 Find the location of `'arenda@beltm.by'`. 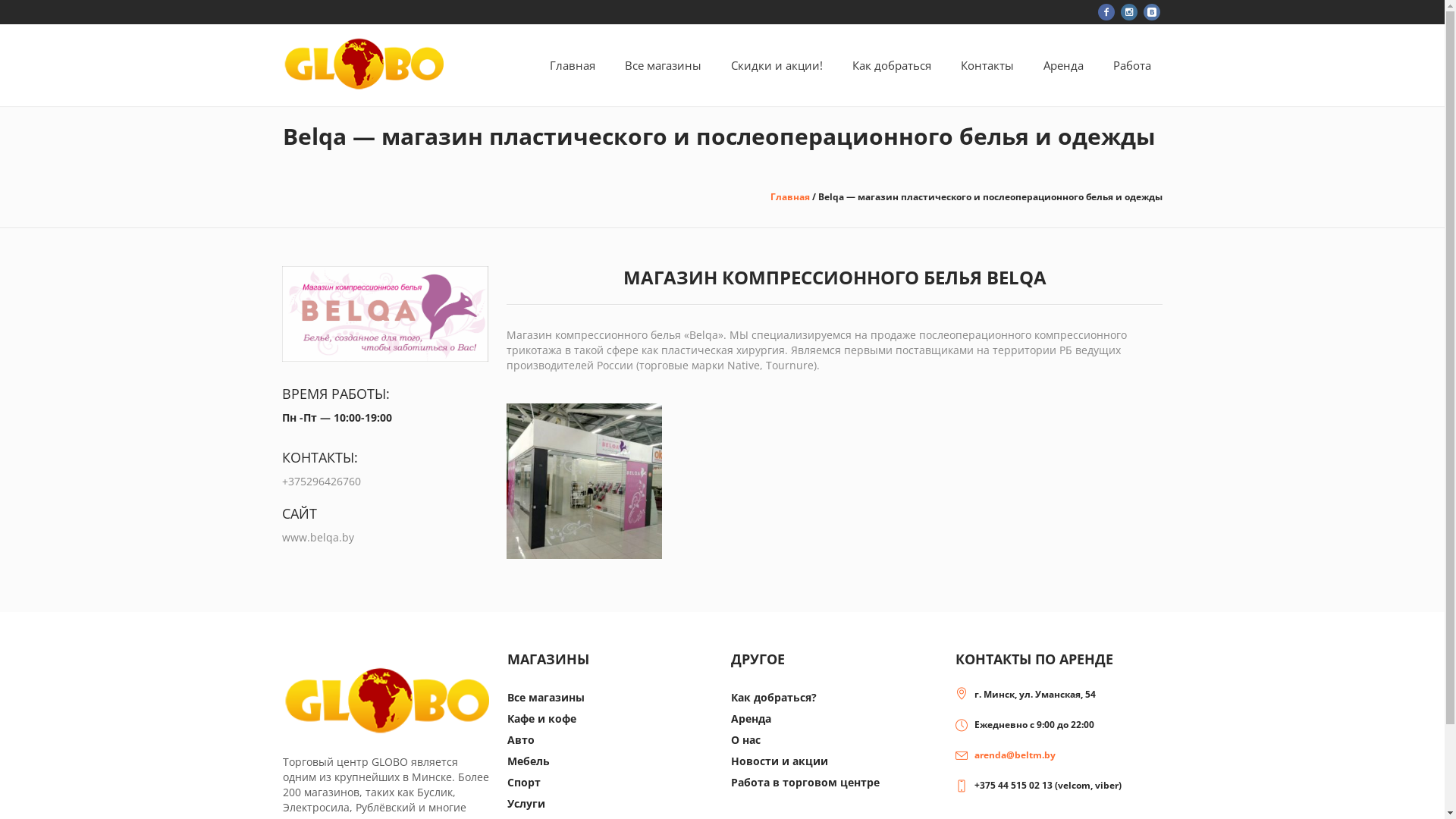

'arenda@beltm.by' is located at coordinates (1015, 755).